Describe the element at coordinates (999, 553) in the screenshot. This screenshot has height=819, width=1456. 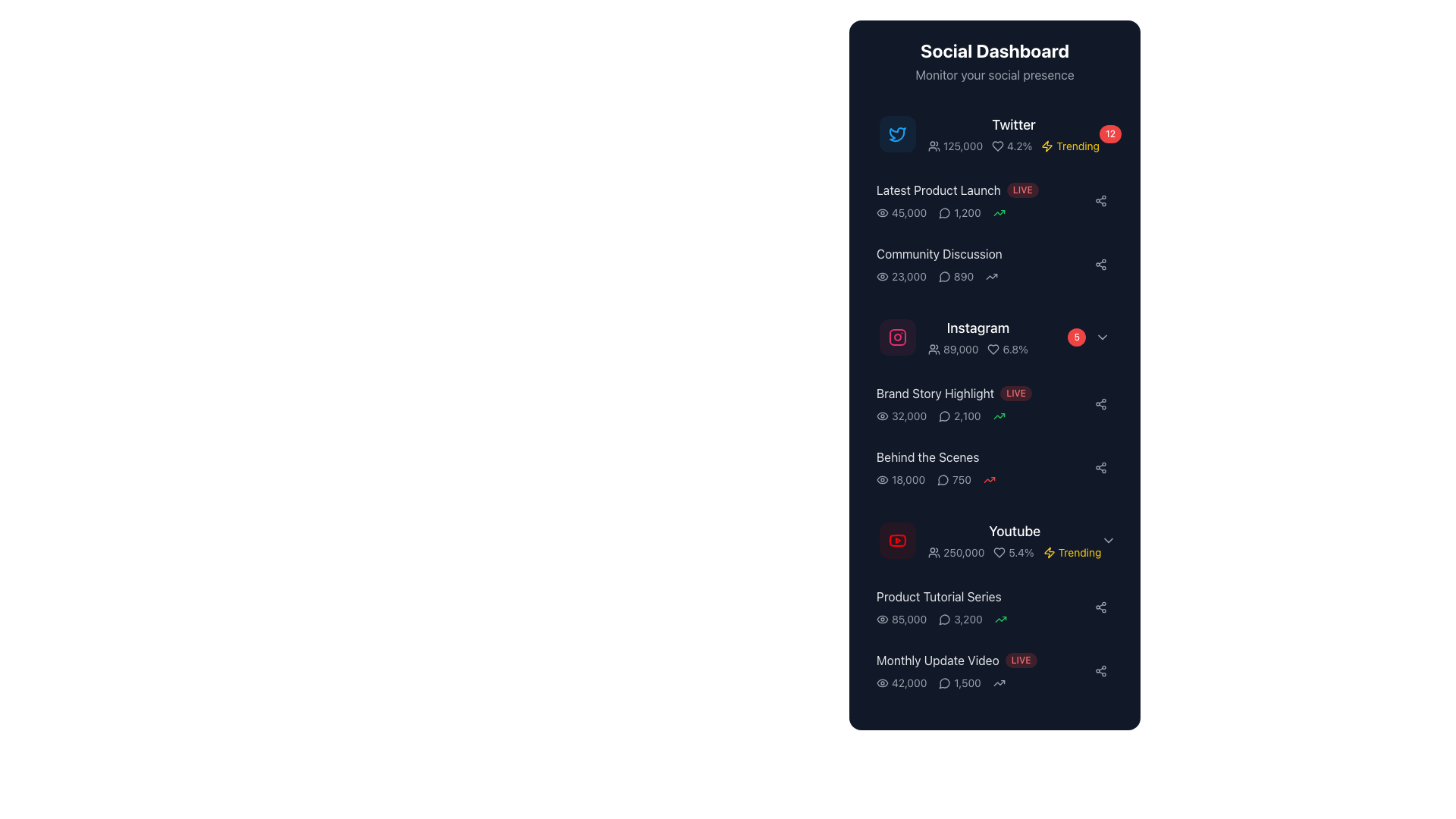
I see `the heart icon representing the 'like' feature in the Youtube list item on the social dashboard, positioned before the text '5.4%'` at that location.